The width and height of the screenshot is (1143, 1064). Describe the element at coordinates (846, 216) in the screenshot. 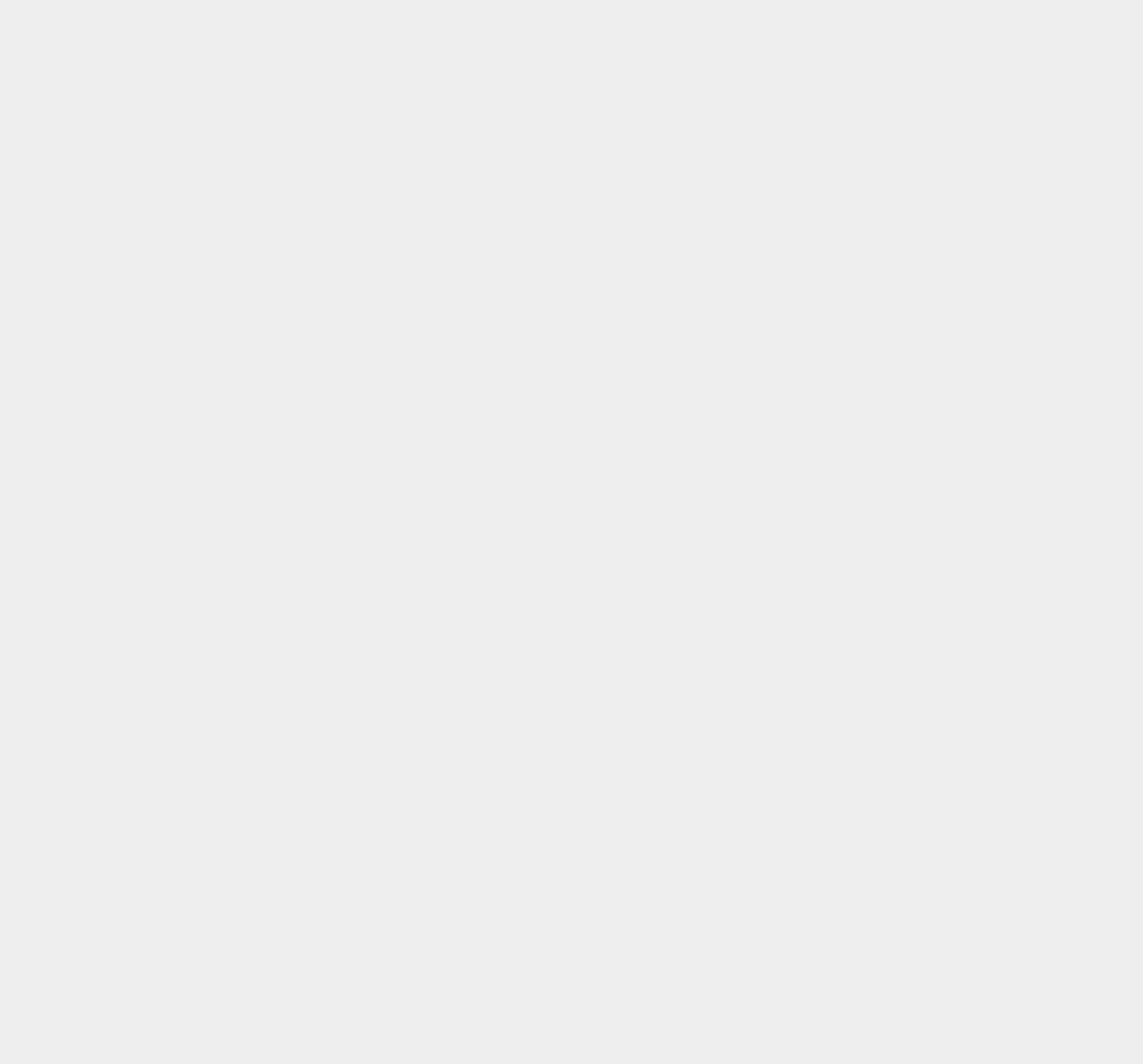

I see `'GreenPois0n'` at that location.